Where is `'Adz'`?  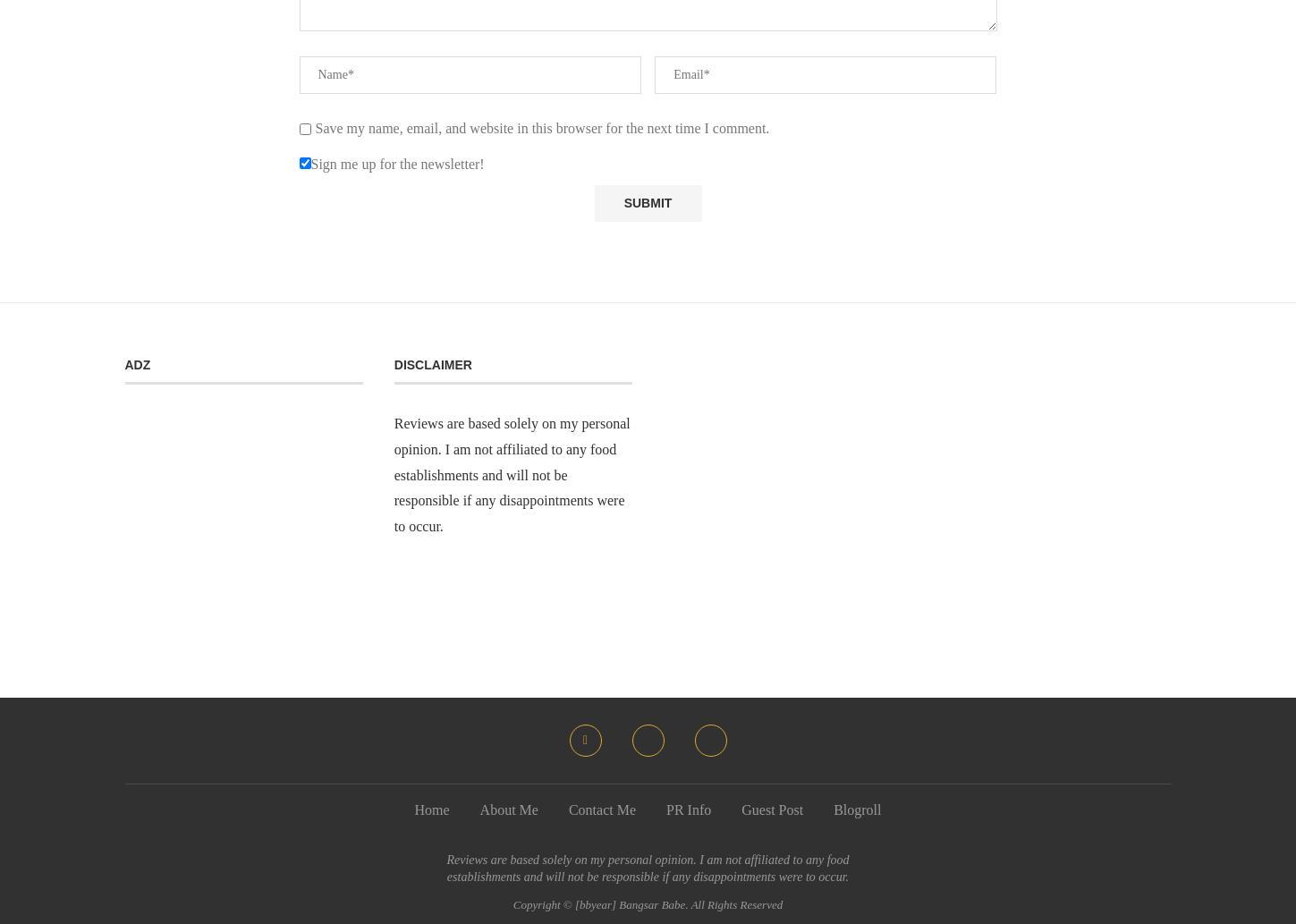
'Adz' is located at coordinates (136, 364).